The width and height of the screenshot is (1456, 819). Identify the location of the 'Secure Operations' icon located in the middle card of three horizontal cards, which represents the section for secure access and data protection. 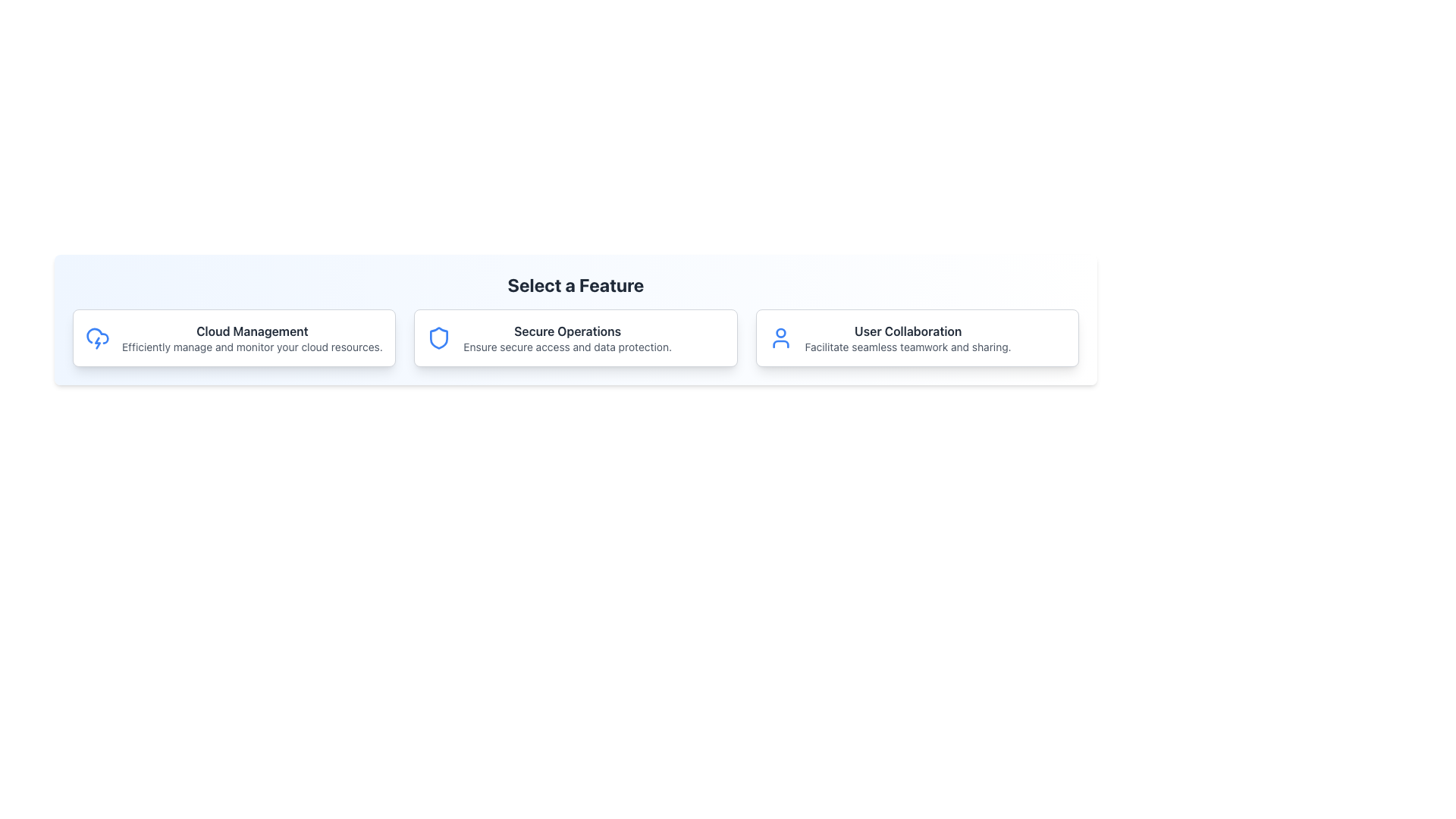
(438, 337).